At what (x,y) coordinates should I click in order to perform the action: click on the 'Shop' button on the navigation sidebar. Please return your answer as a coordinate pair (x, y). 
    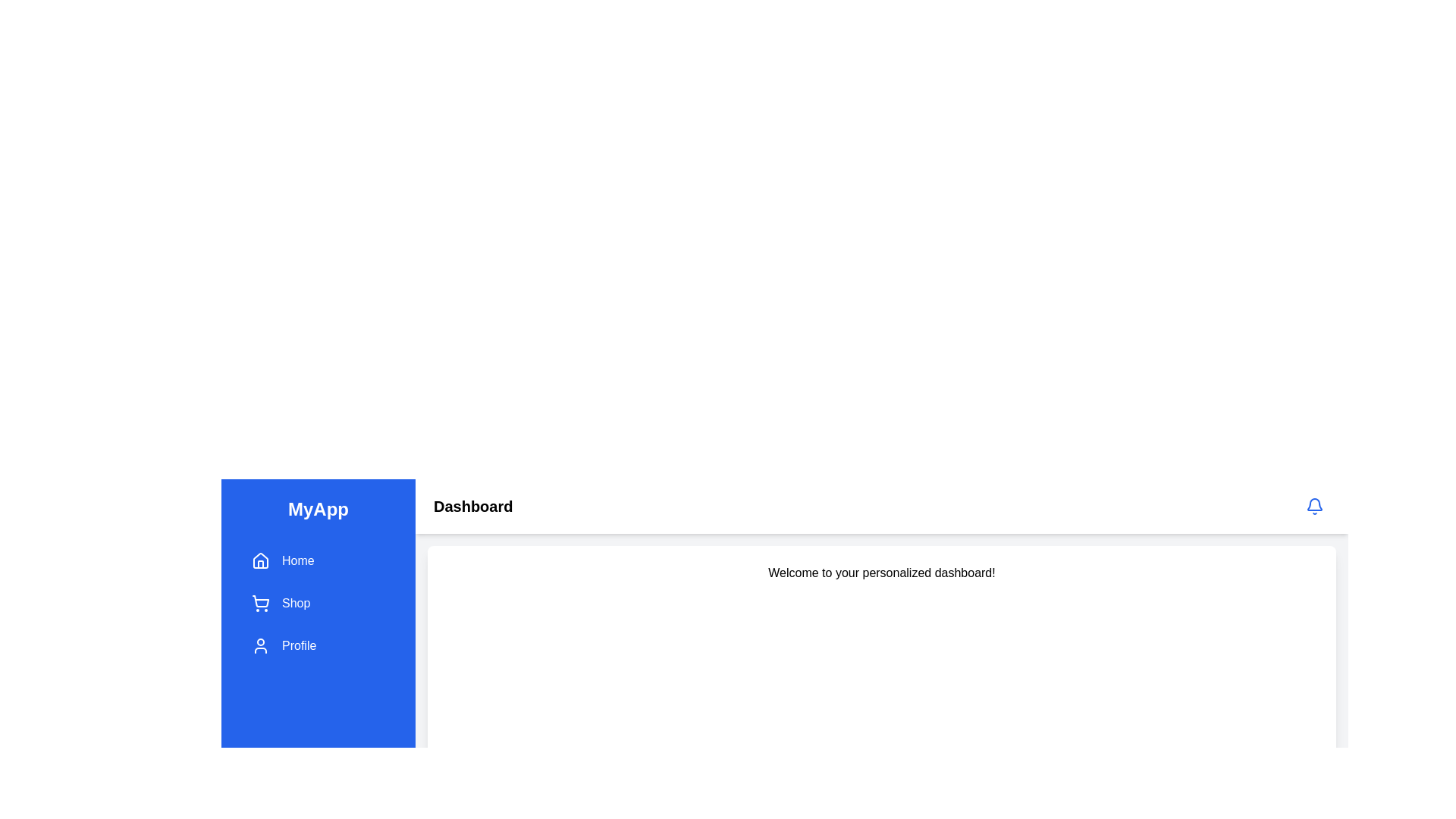
    Looking at the image, I should click on (318, 602).